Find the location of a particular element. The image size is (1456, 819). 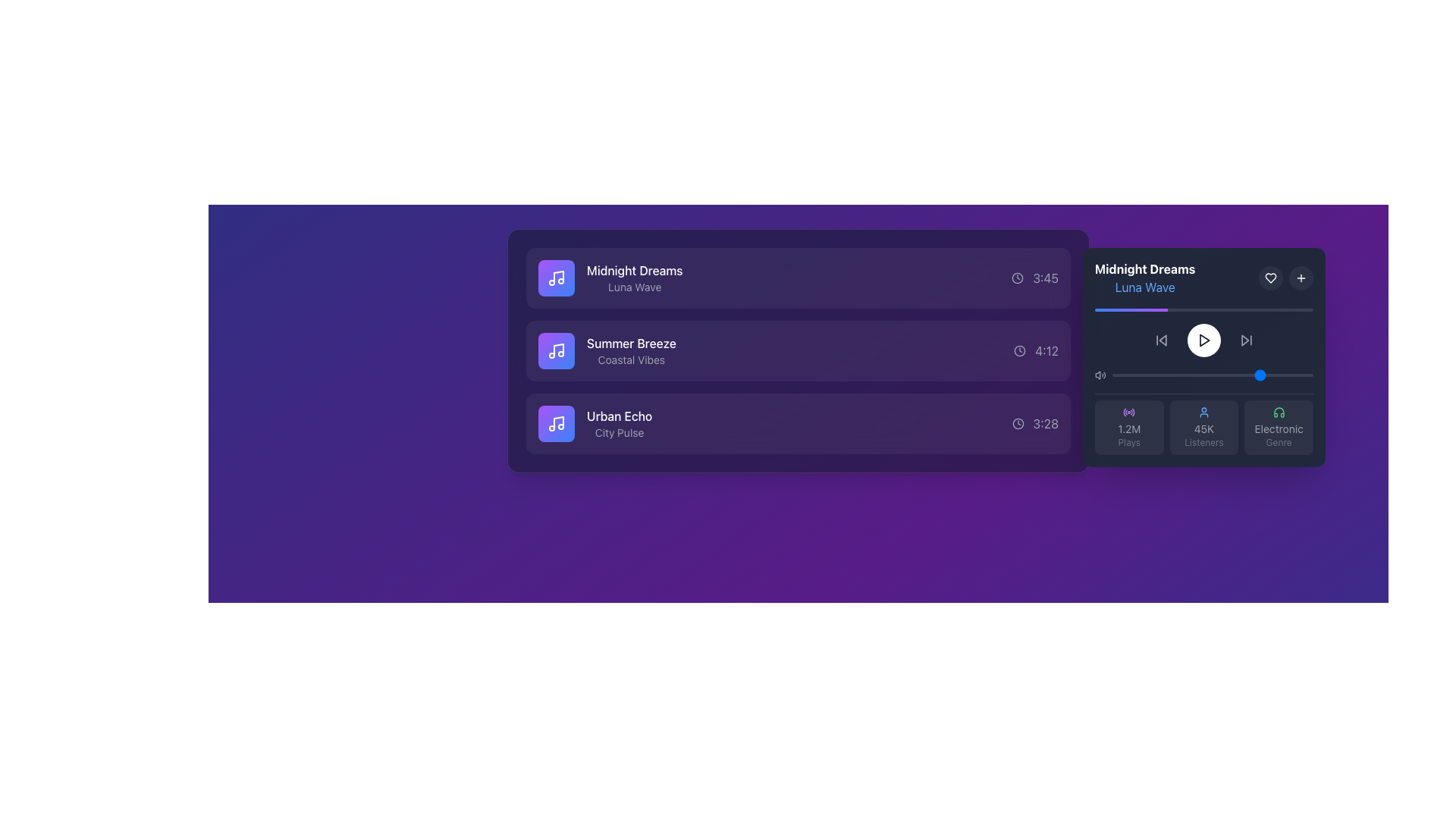

the headphone icon located in the bottom-right corner of the interface is located at coordinates (1278, 412).